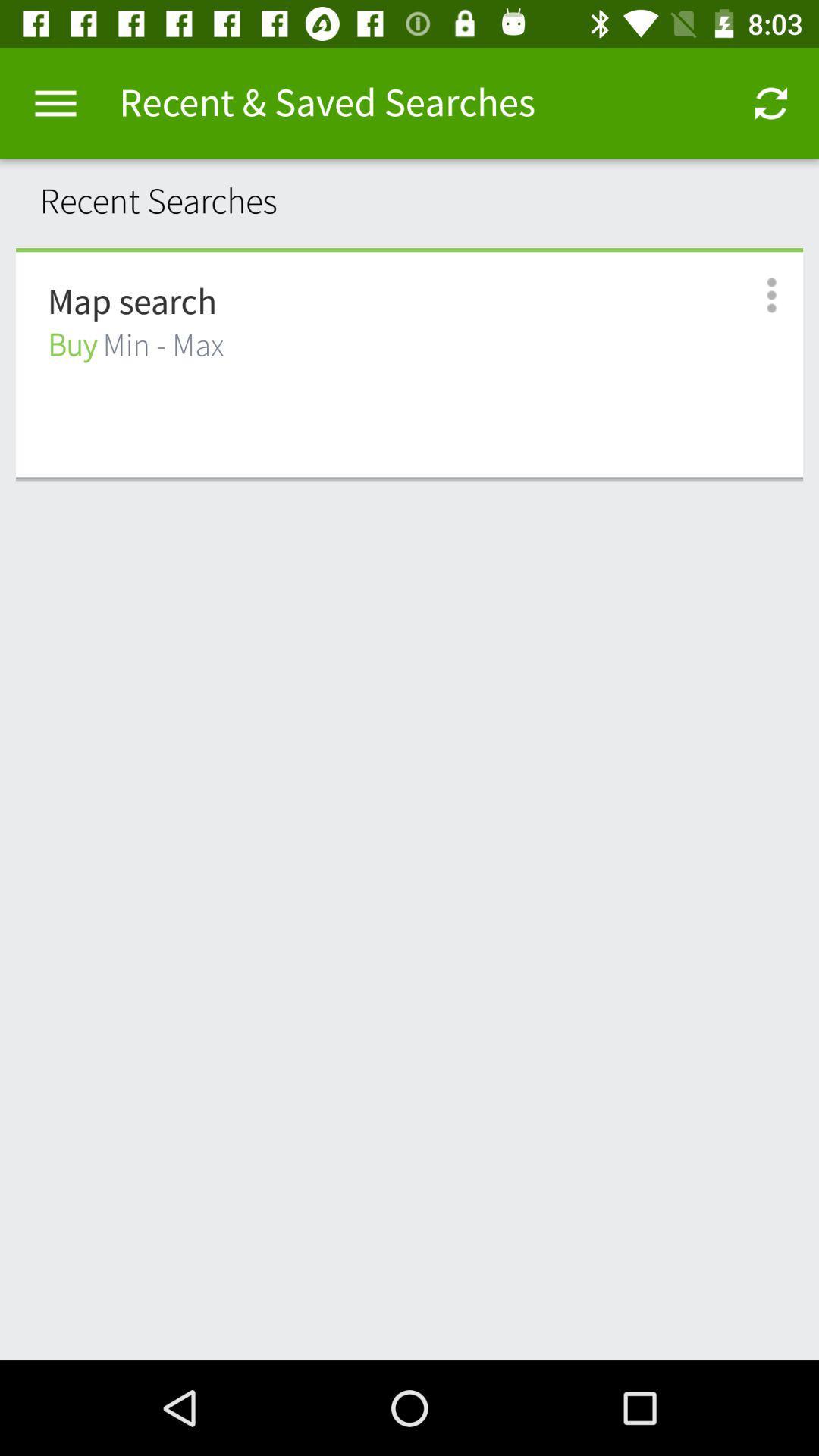  Describe the element at coordinates (55, 102) in the screenshot. I see `item next to the recent & saved searches item` at that location.